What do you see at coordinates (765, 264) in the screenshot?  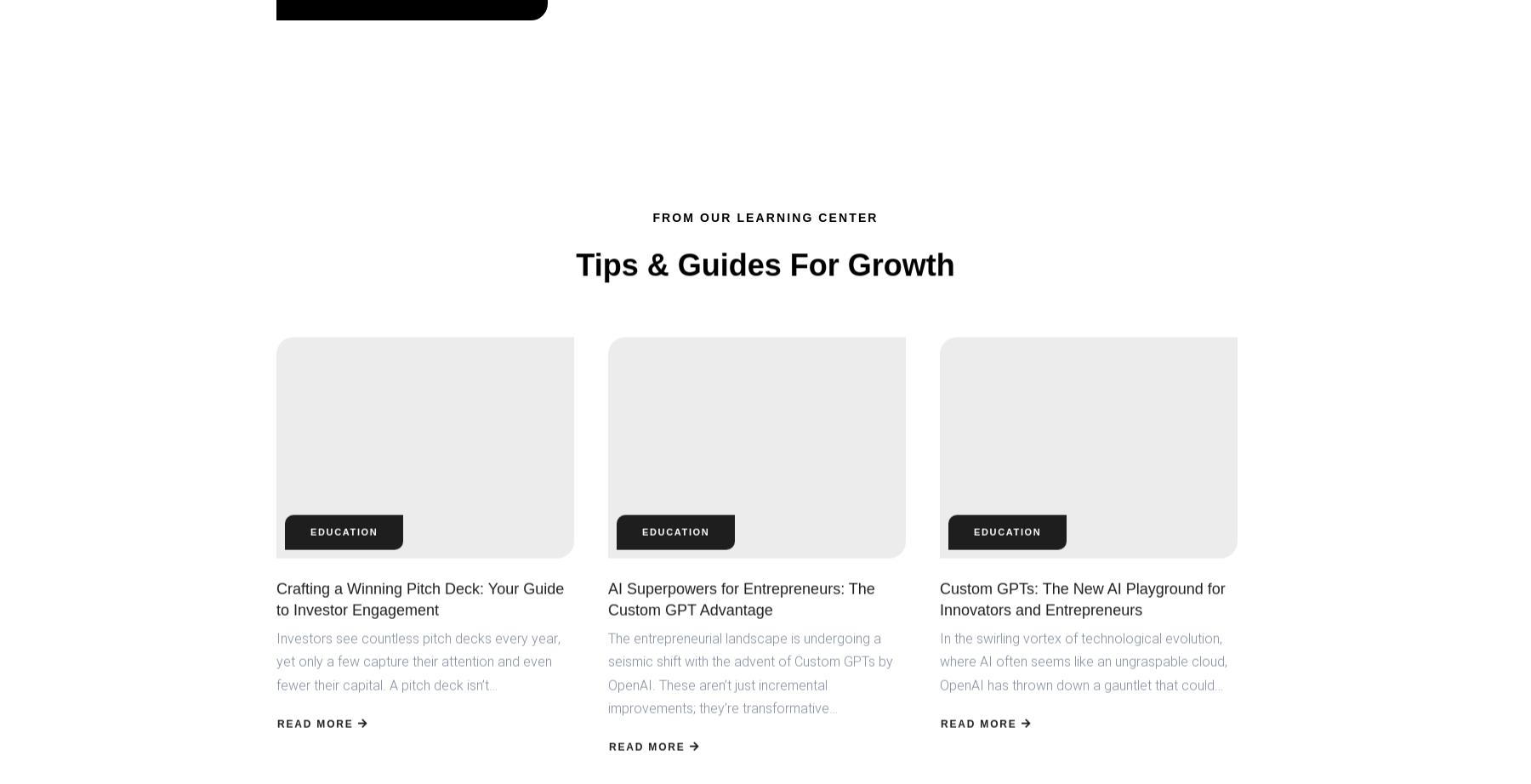 I see `'Tips & Guides For Growth'` at bounding box center [765, 264].